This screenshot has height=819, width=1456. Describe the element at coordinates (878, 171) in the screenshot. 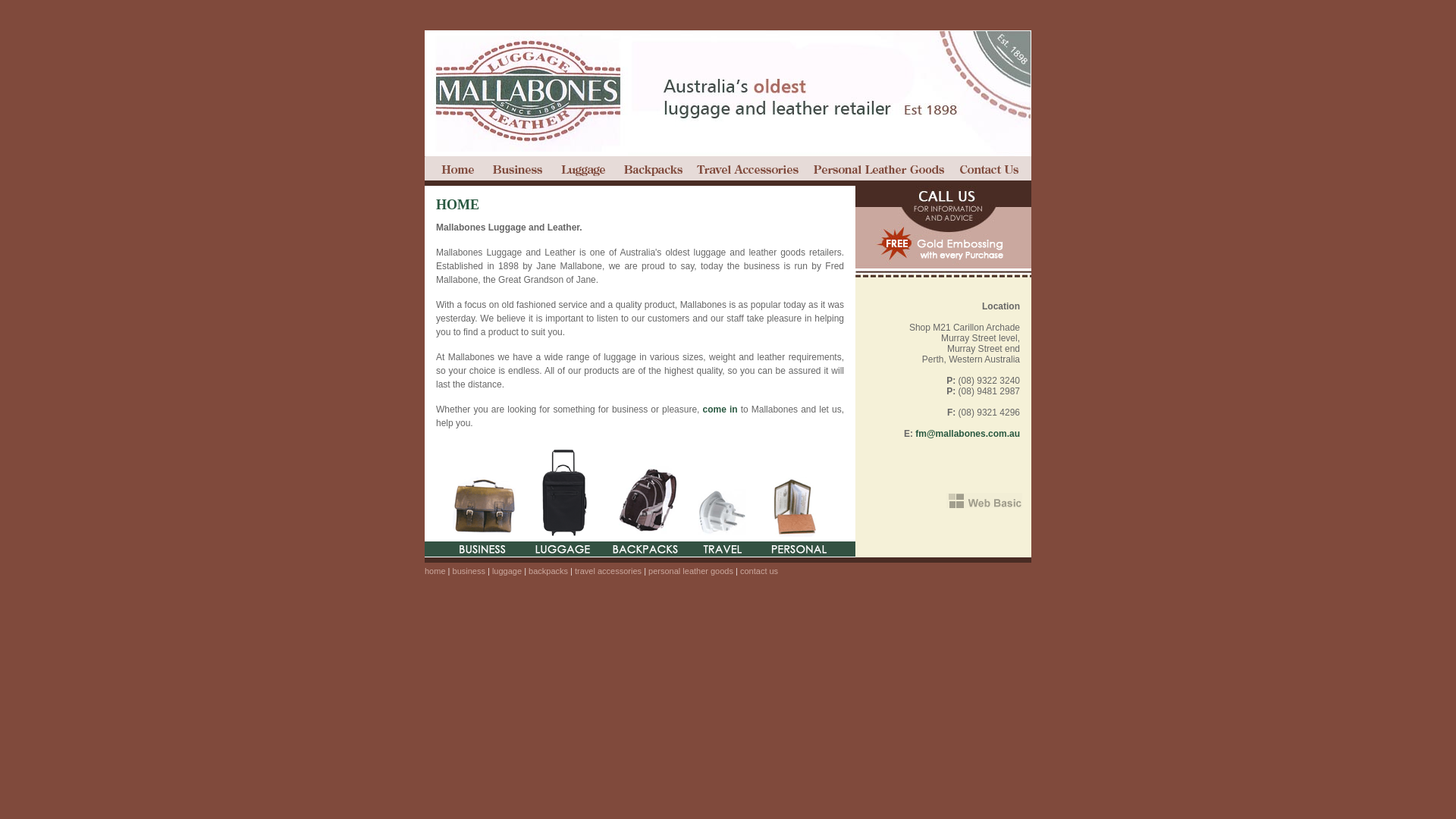

I see `'personal leather goods'` at that location.